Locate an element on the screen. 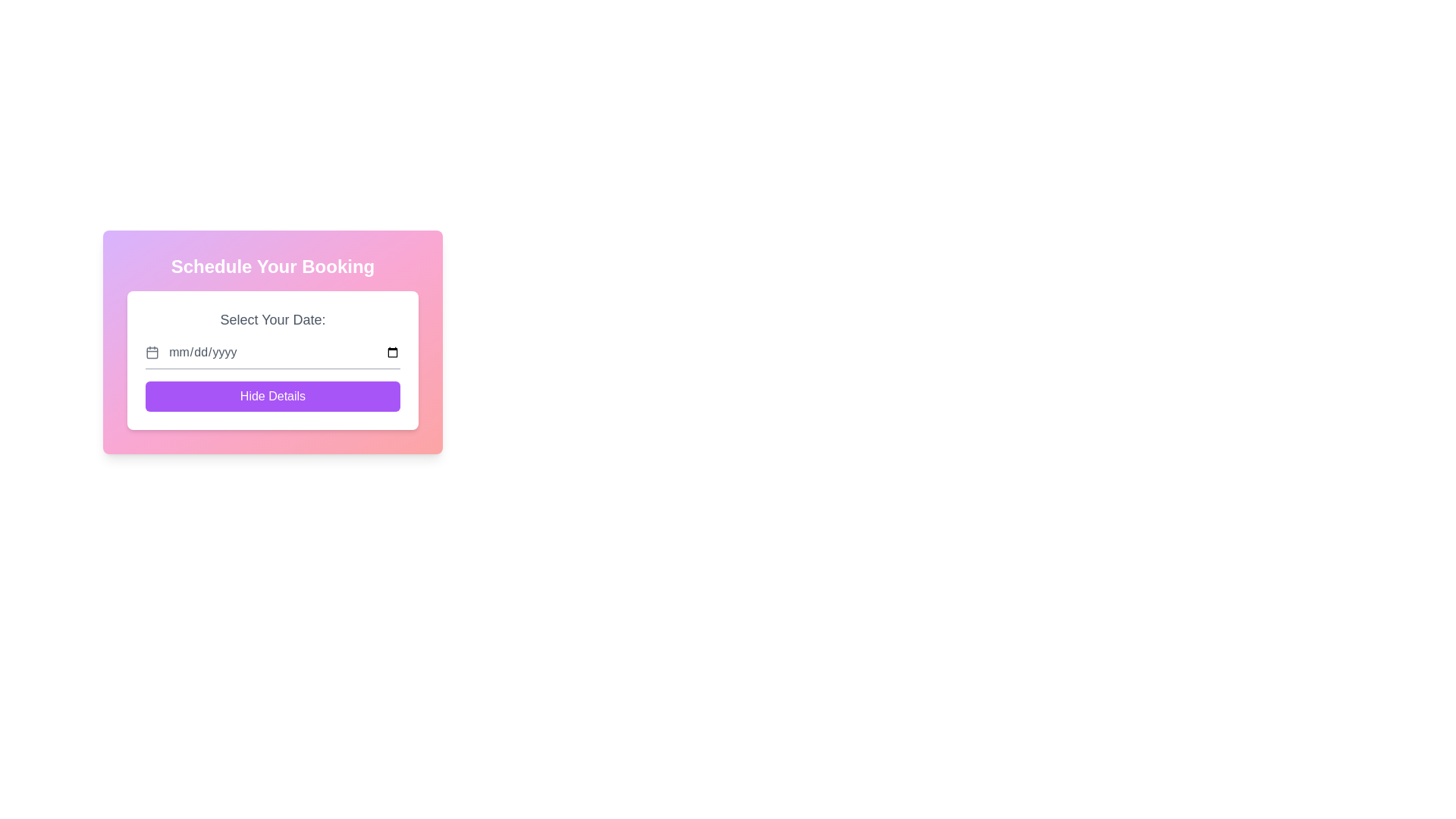 Image resolution: width=1456 pixels, height=819 pixels. the date input field within the 'Select Your Date' card is located at coordinates (273, 353).